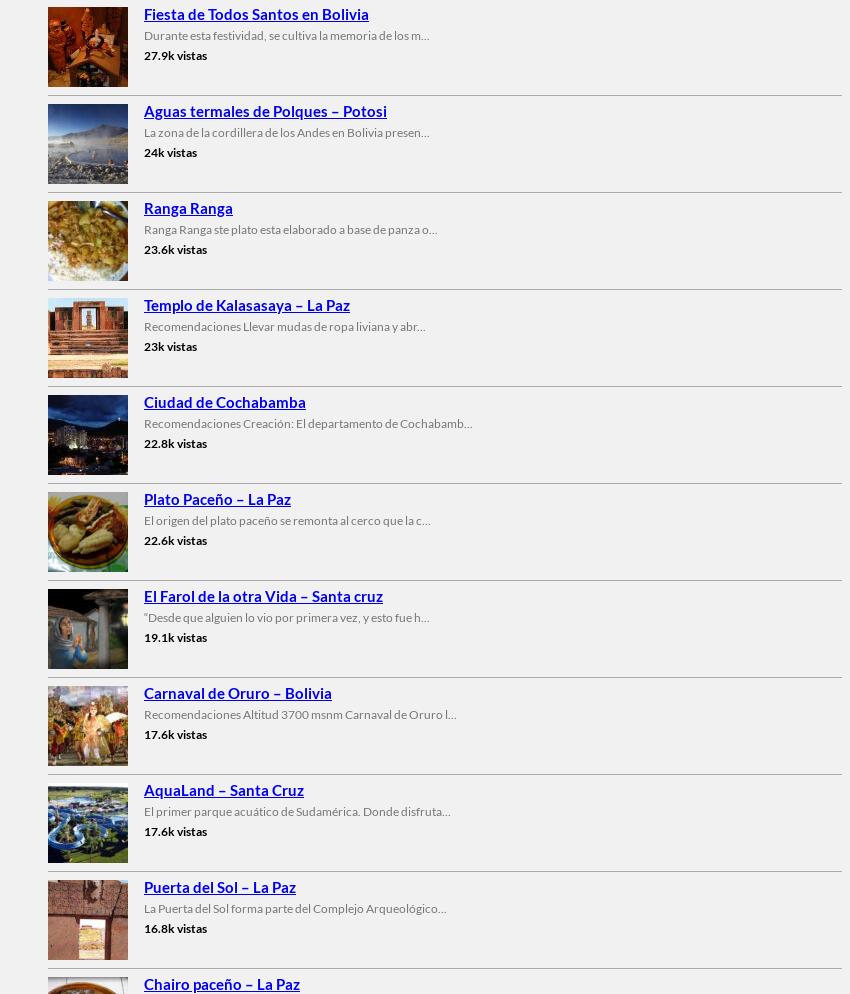 The width and height of the screenshot is (850, 994). What do you see at coordinates (174, 53) in the screenshot?
I see `'27.9k vistas'` at bounding box center [174, 53].